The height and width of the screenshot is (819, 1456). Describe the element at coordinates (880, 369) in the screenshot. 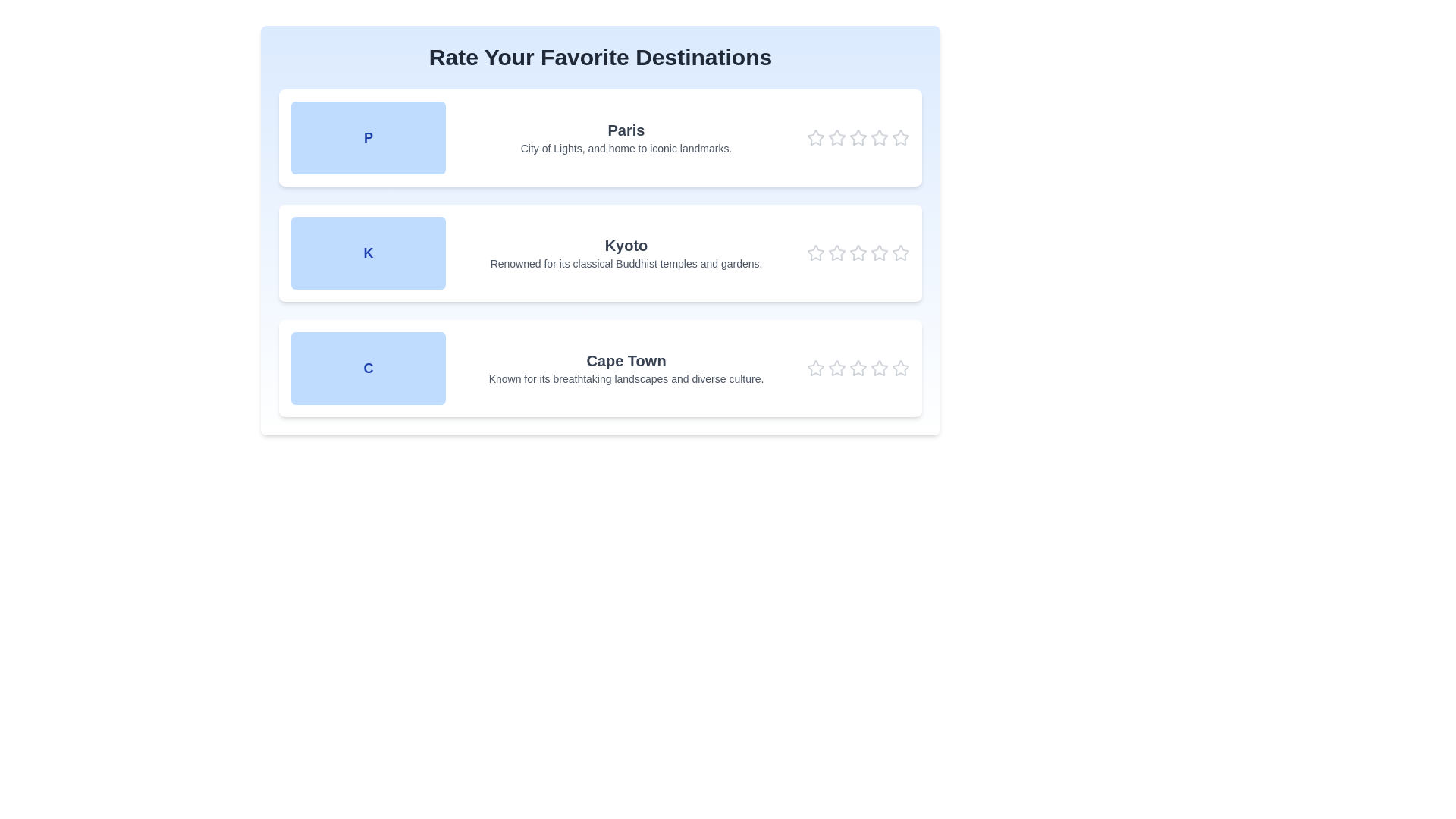

I see `the fifth Star Rating Icon in the rating section for the 'Cape Town' item to indicate an intention to rate` at that location.